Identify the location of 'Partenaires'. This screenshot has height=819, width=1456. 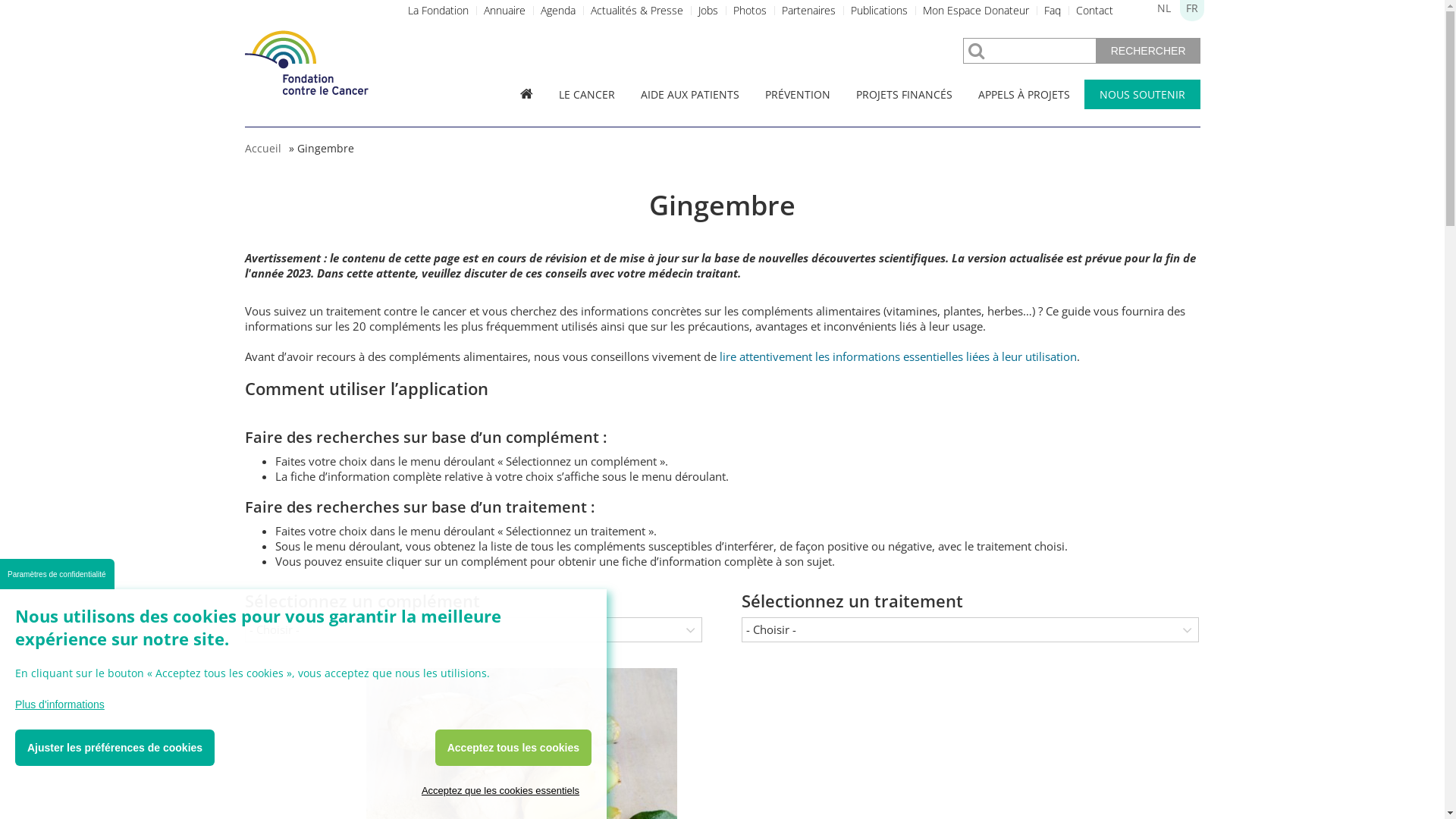
(807, 10).